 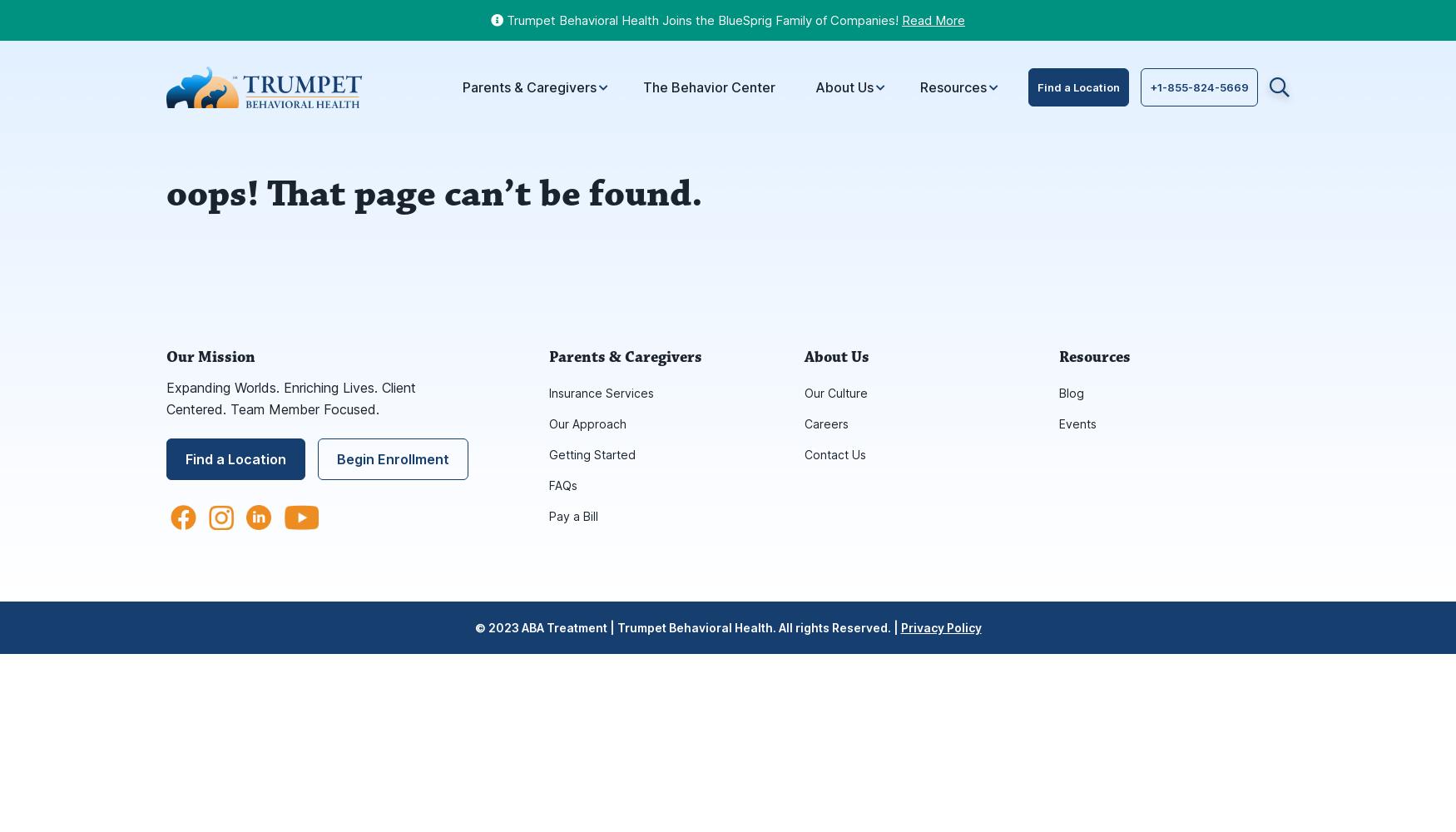 I want to click on 'Trumpet Behavioral Health Joins the BlueSprig Family of Companies!', so click(x=702, y=20).